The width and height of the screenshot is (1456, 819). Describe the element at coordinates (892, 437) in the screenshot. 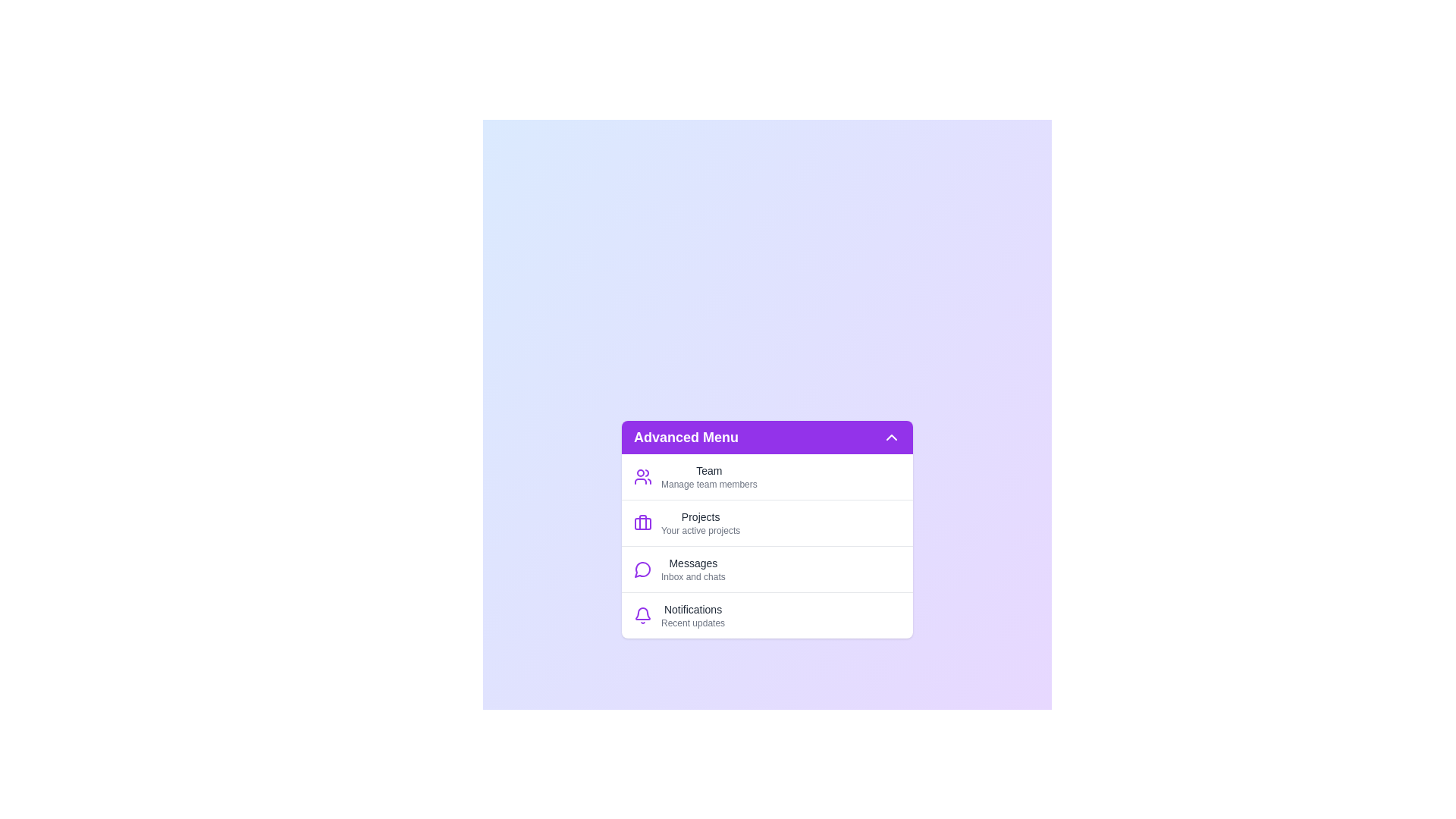

I see `toggle button to change the menu visibility` at that location.